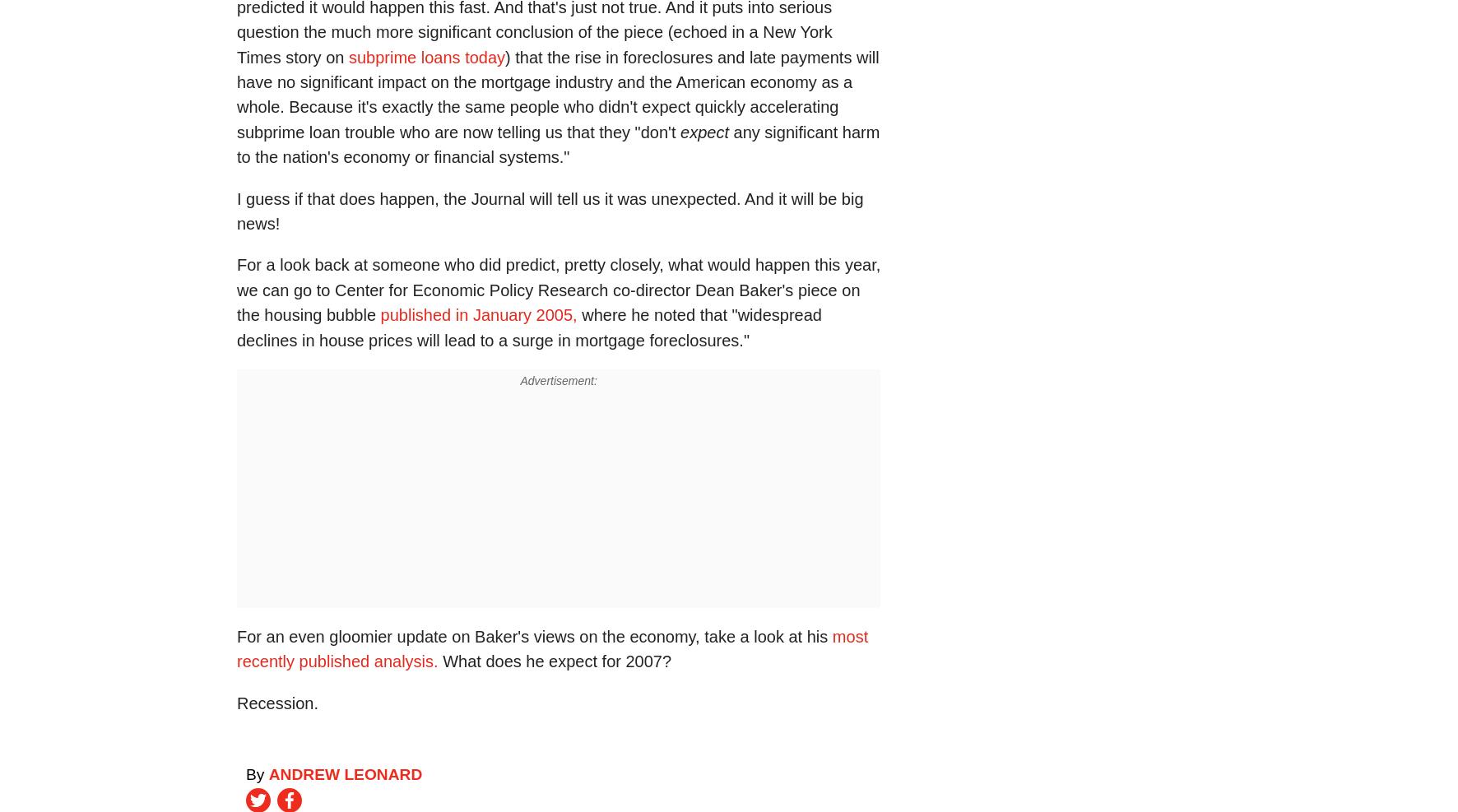 The image size is (1458, 812). What do you see at coordinates (256, 774) in the screenshot?
I see `'By'` at bounding box center [256, 774].